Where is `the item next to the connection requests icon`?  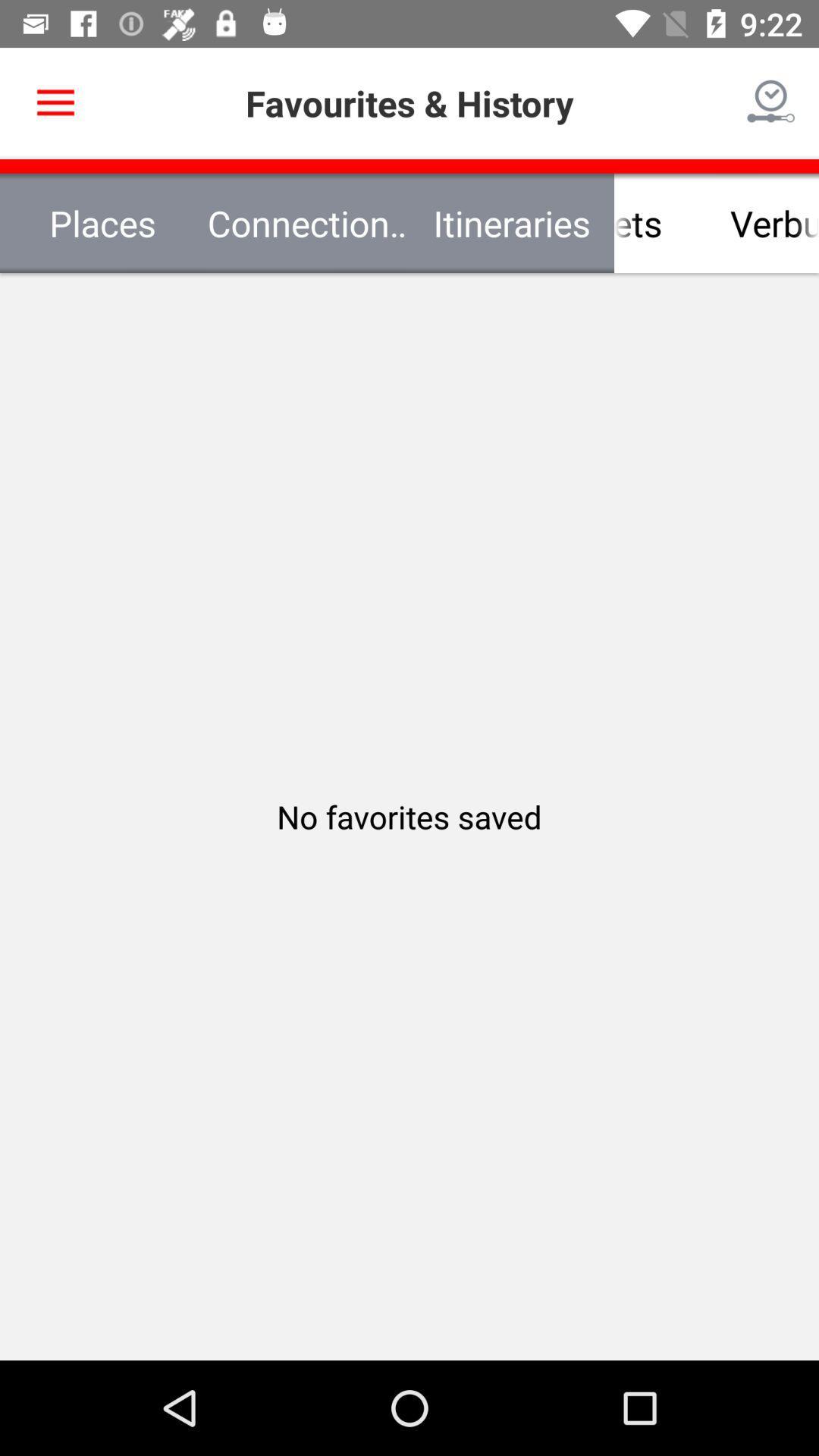
the item next to the connection requests icon is located at coordinates (102, 222).